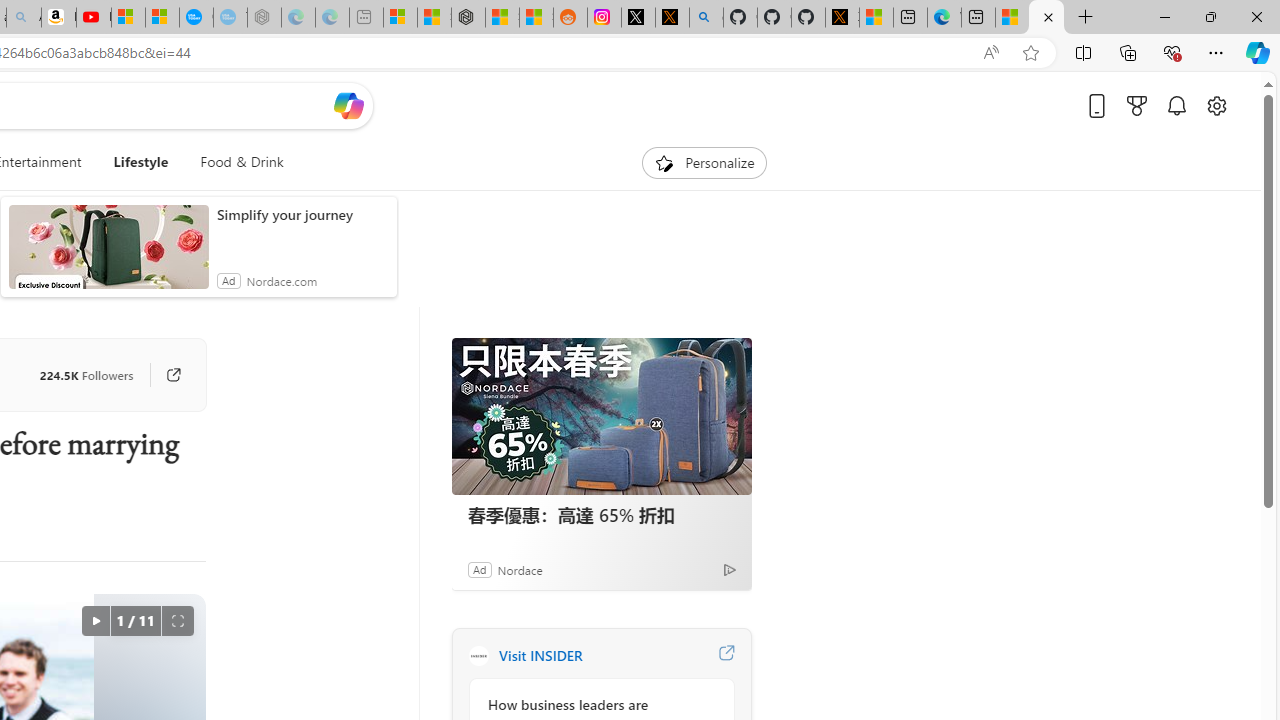 Image resolution: width=1280 pixels, height=720 pixels. Describe the element at coordinates (234, 162) in the screenshot. I see `'Food & Drink'` at that location.